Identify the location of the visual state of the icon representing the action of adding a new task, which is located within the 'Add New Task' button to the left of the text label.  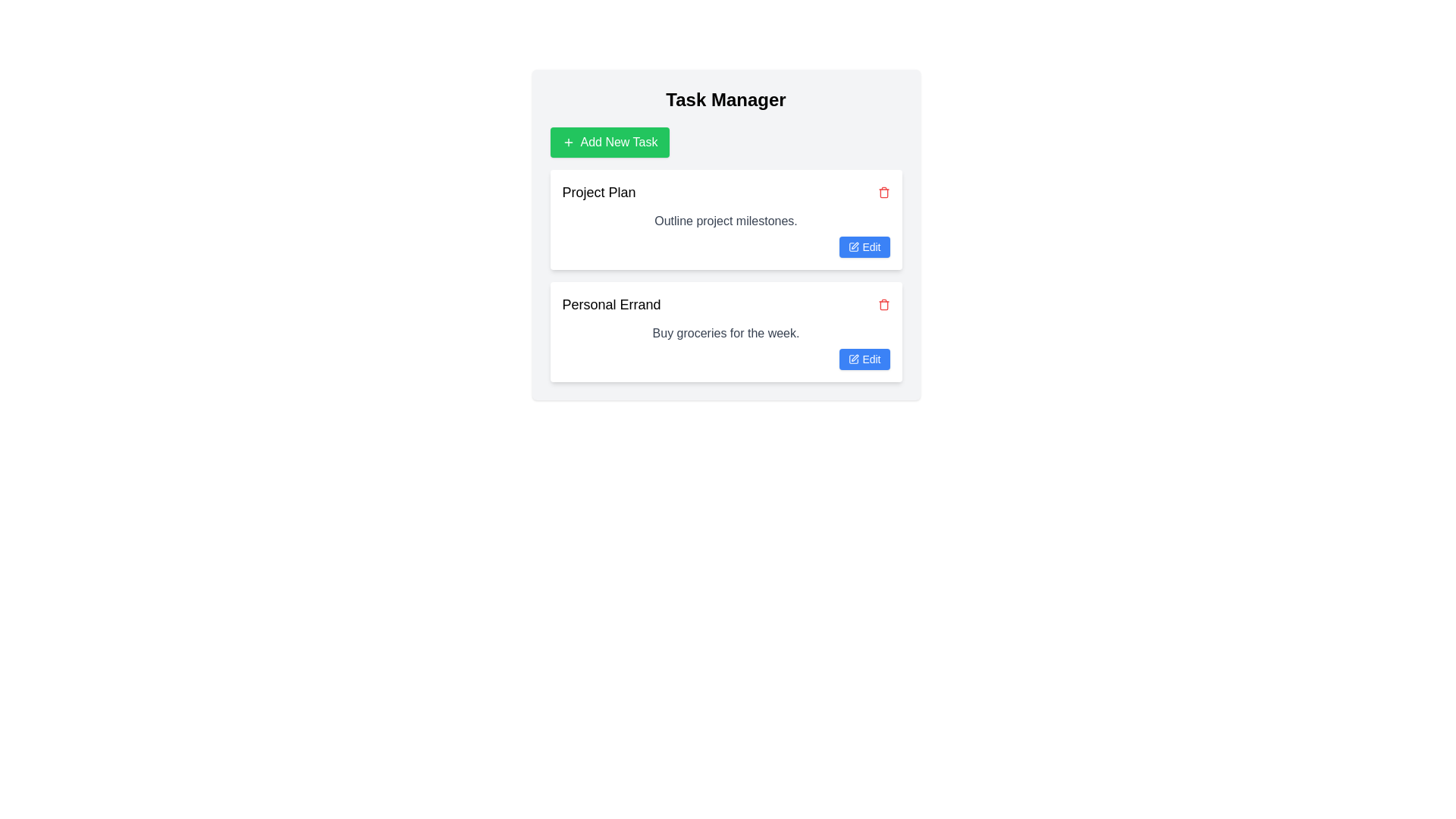
(567, 143).